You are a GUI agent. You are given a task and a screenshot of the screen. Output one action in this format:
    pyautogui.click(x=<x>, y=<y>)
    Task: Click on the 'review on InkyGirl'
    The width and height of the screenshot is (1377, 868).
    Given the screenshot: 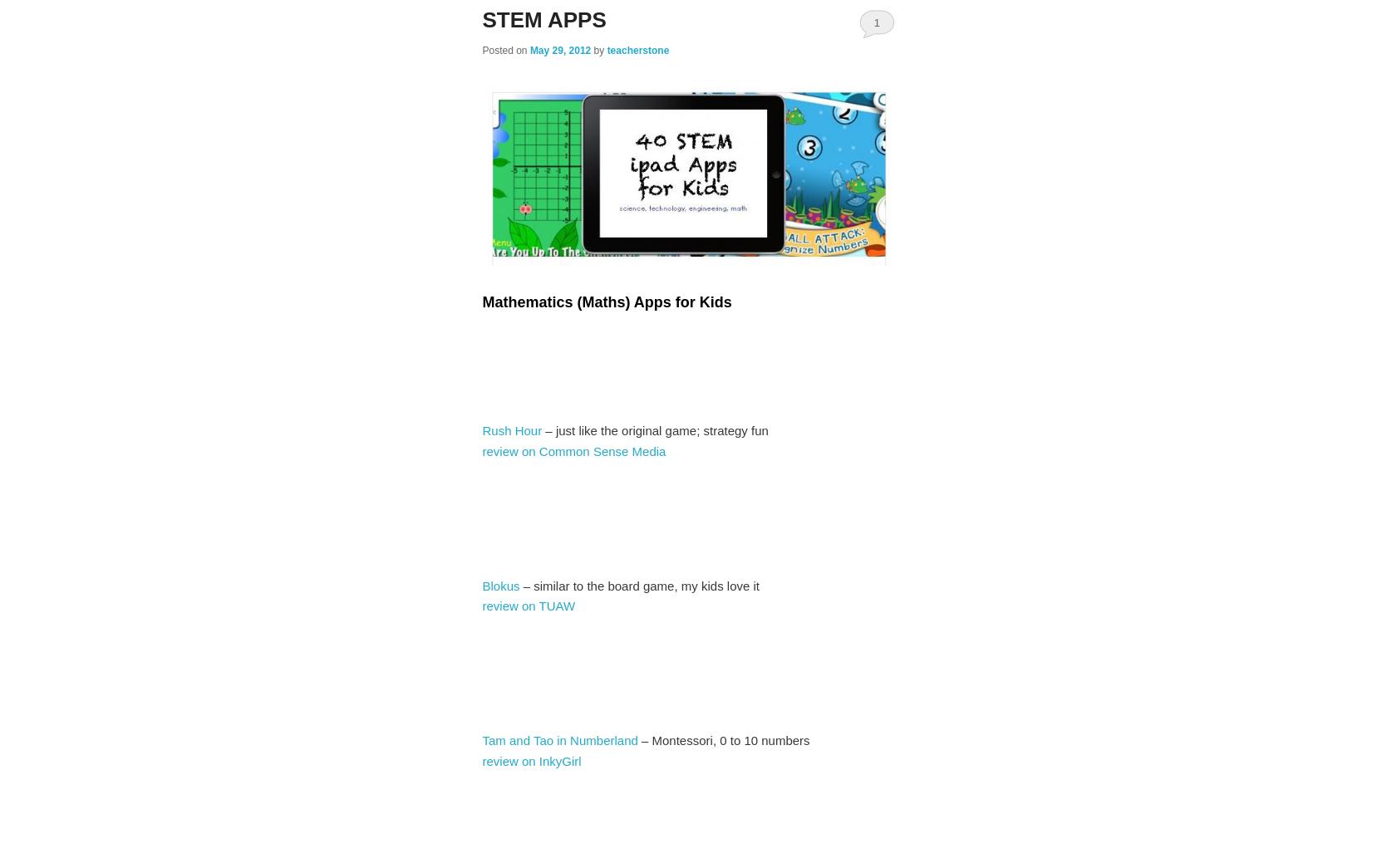 What is the action you would take?
    pyautogui.click(x=481, y=760)
    